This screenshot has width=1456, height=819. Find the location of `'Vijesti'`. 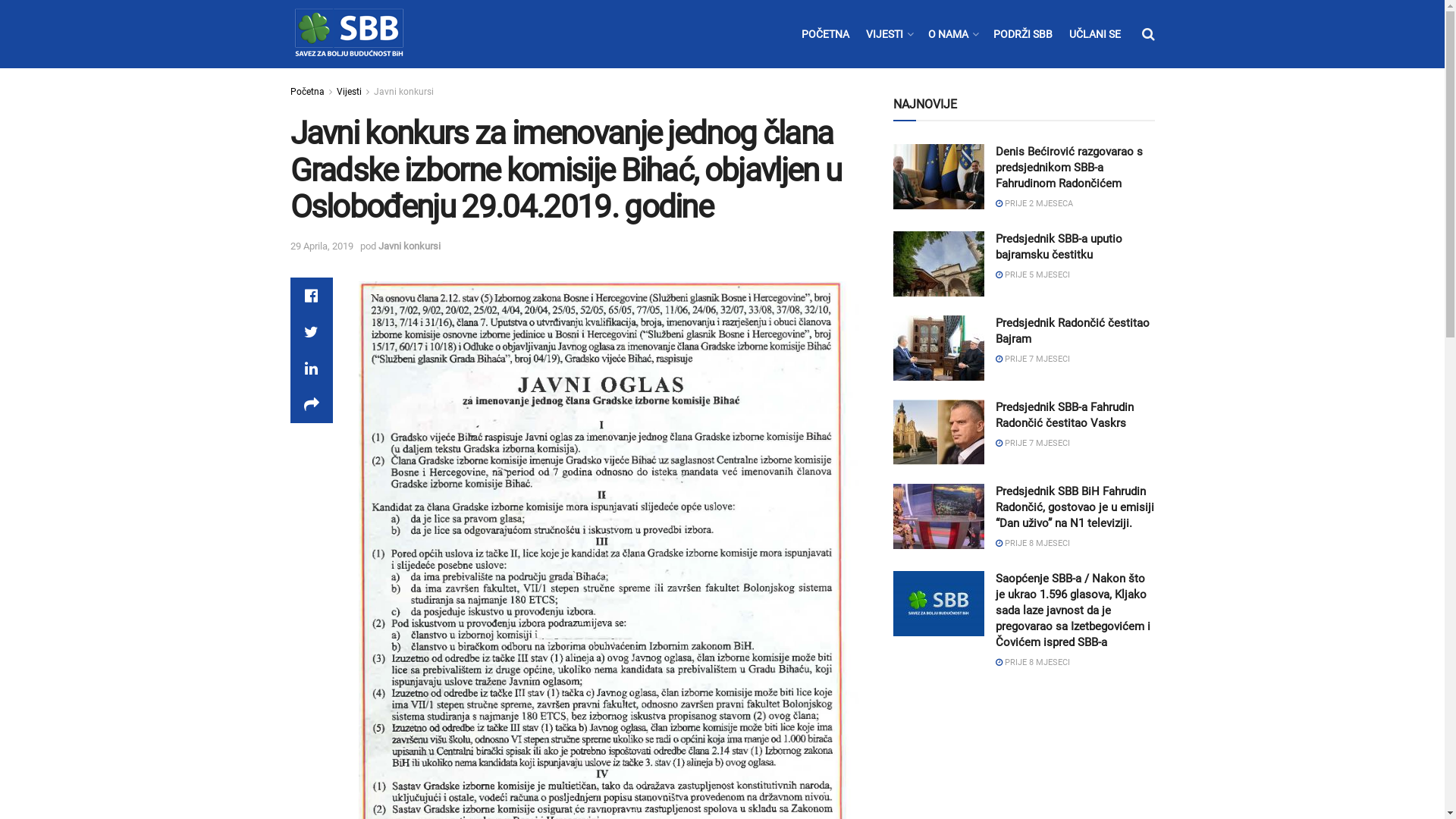

'Vijesti' is located at coordinates (348, 91).